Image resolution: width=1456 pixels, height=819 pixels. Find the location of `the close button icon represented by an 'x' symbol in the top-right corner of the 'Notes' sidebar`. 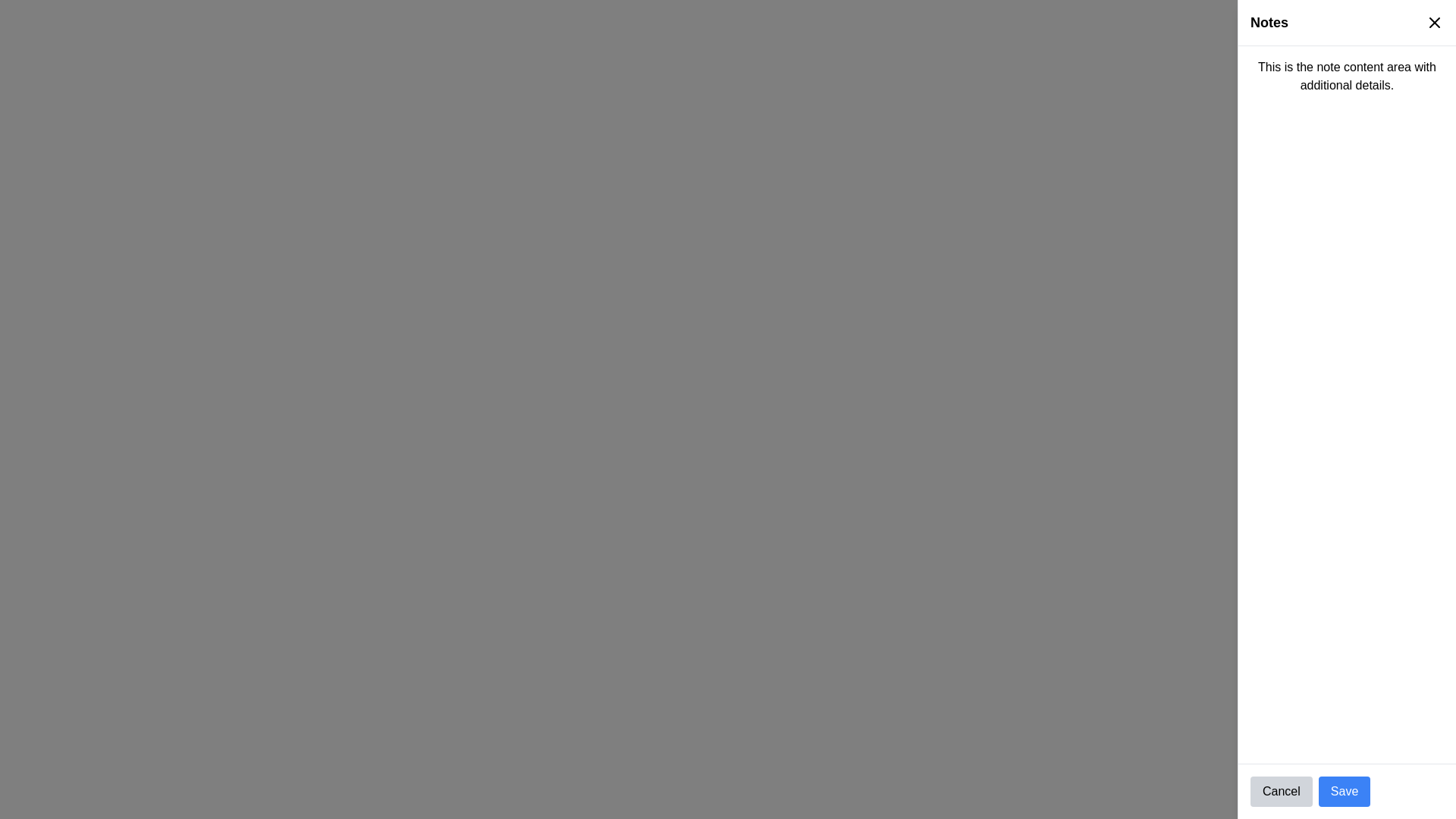

the close button icon represented by an 'x' symbol in the top-right corner of the 'Notes' sidebar is located at coordinates (1433, 23).